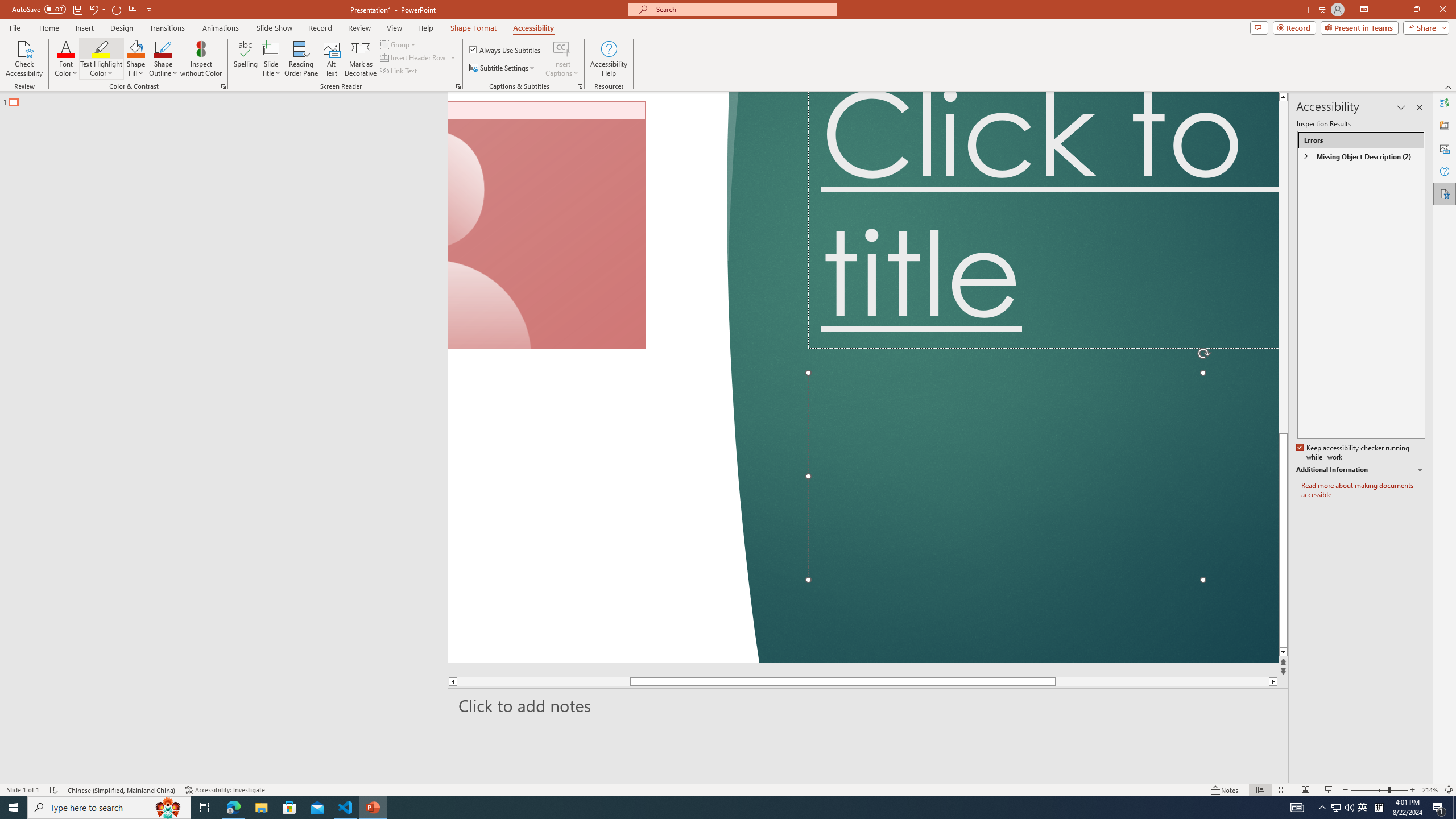  What do you see at coordinates (547, 225) in the screenshot?
I see `'Camera 7, No camera detected.'` at bounding box center [547, 225].